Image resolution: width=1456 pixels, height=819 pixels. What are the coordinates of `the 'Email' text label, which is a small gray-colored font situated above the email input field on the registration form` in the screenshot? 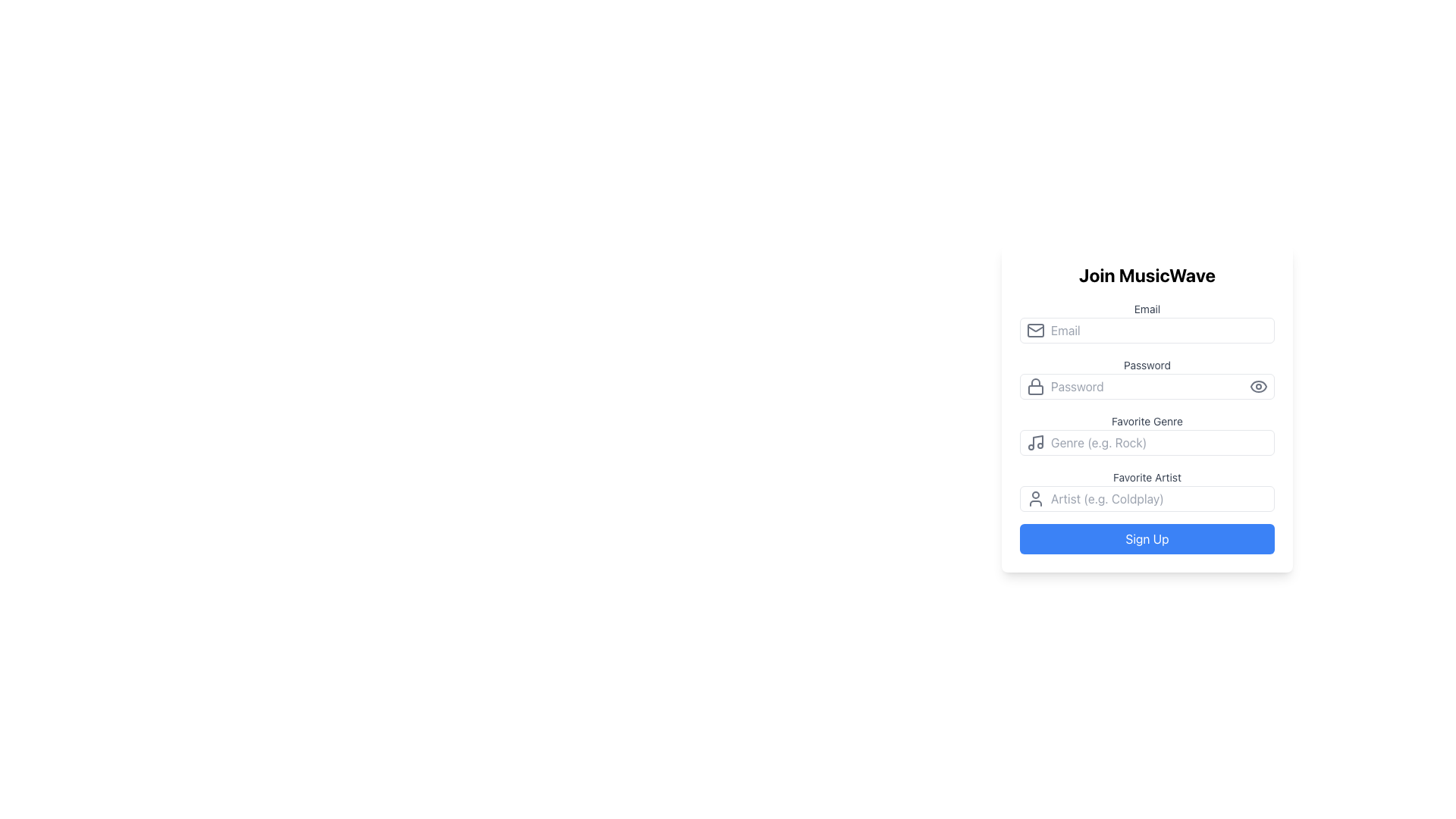 It's located at (1147, 308).